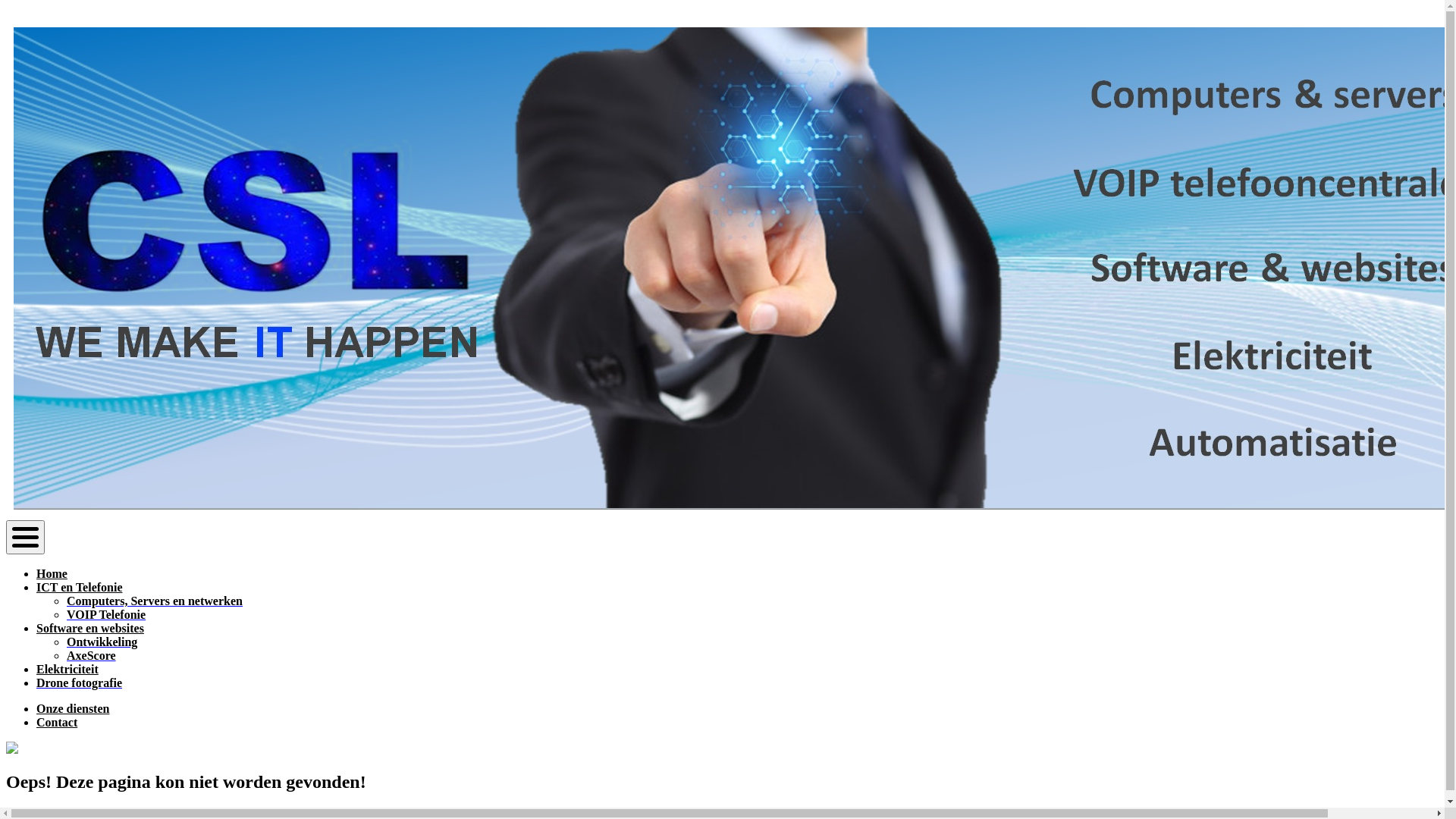 The height and width of the screenshot is (819, 1456). What do you see at coordinates (101, 642) in the screenshot?
I see `'Ontwikkeling'` at bounding box center [101, 642].